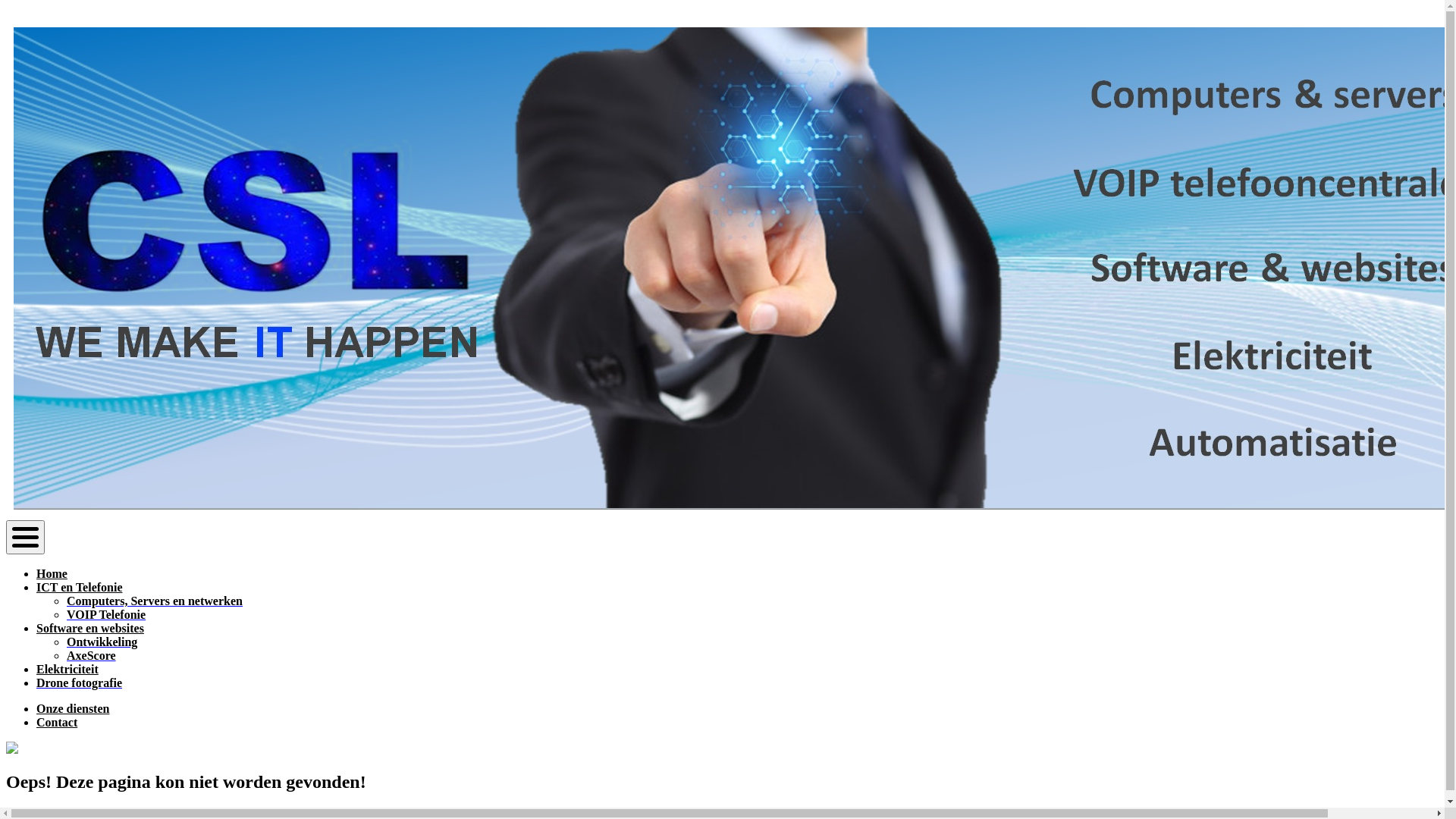 The height and width of the screenshot is (819, 1456). What do you see at coordinates (101, 642) in the screenshot?
I see `'Ontwikkeling'` at bounding box center [101, 642].